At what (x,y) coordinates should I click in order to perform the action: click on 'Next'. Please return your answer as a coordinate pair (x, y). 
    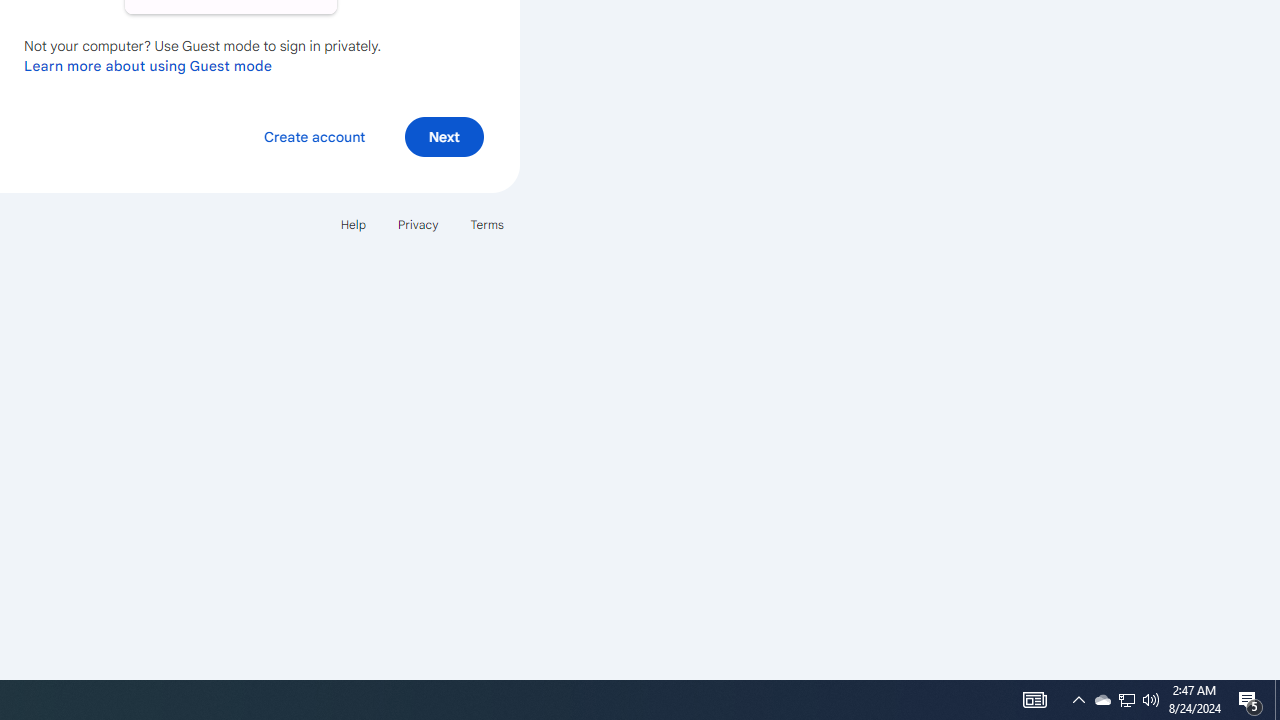
    Looking at the image, I should click on (443, 135).